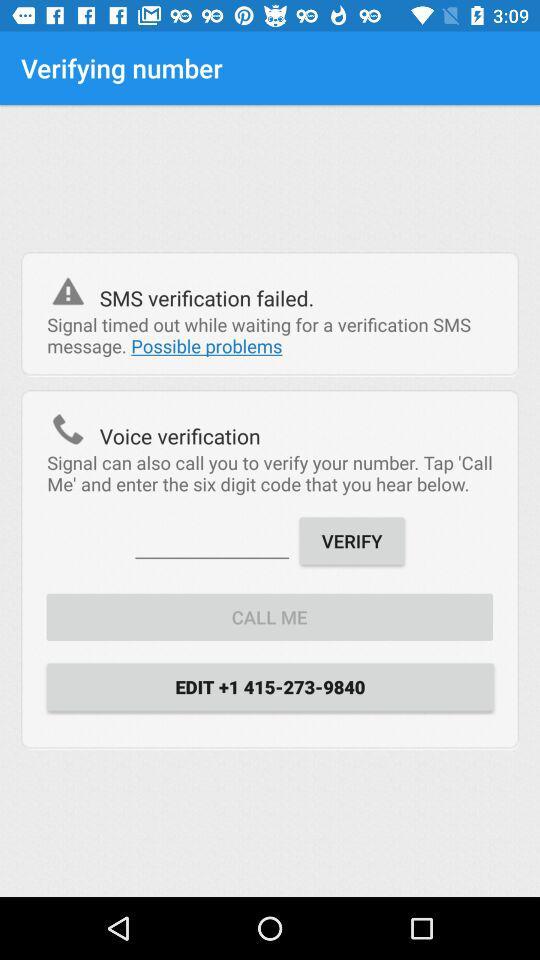 Image resolution: width=540 pixels, height=960 pixels. What do you see at coordinates (270, 686) in the screenshot?
I see `icon below the call me` at bounding box center [270, 686].